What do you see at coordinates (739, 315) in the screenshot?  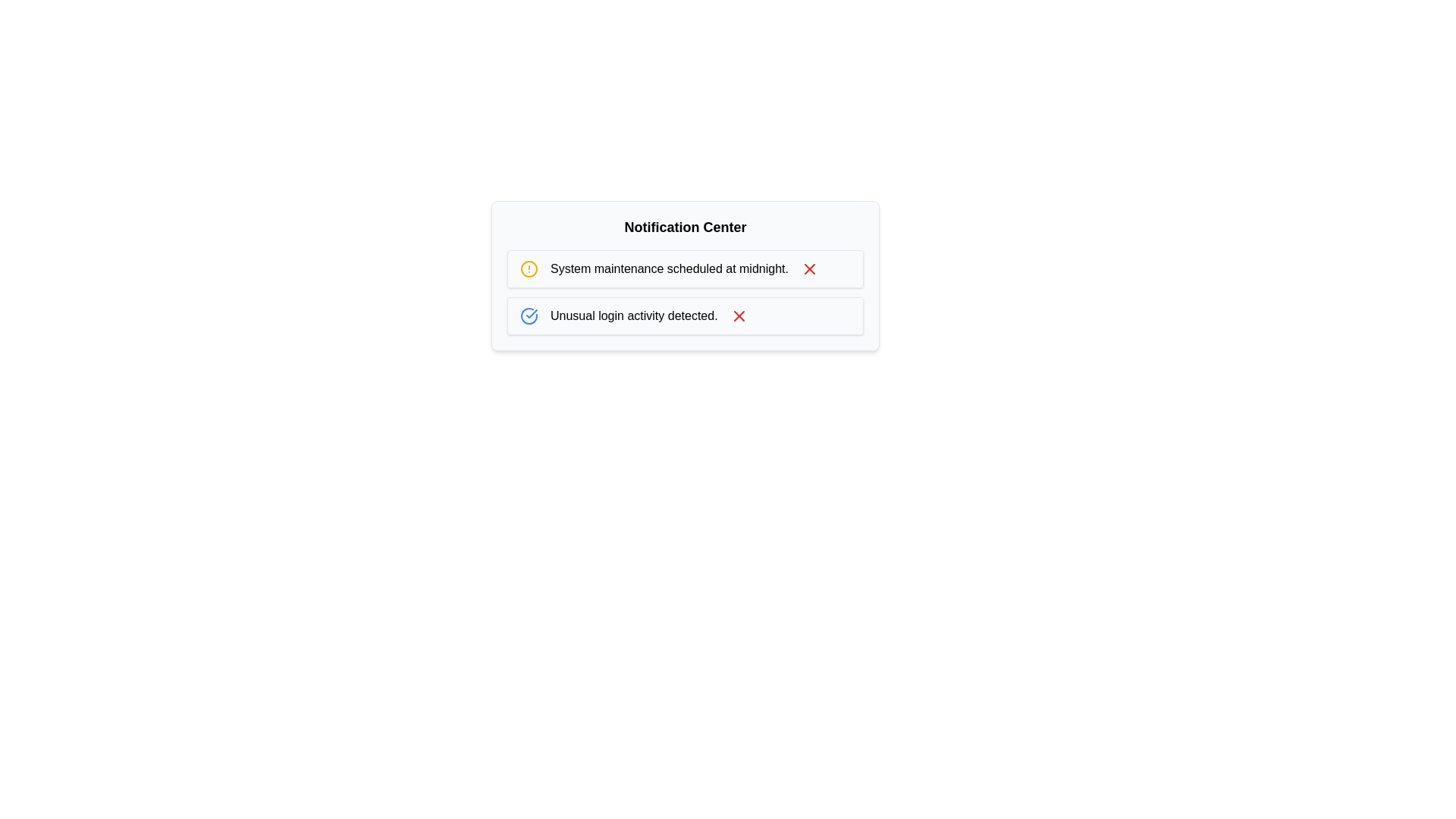 I see `the red-colored close (X) icon button located in the bottom row of the notification list to change its appearance` at bounding box center [739, 315].